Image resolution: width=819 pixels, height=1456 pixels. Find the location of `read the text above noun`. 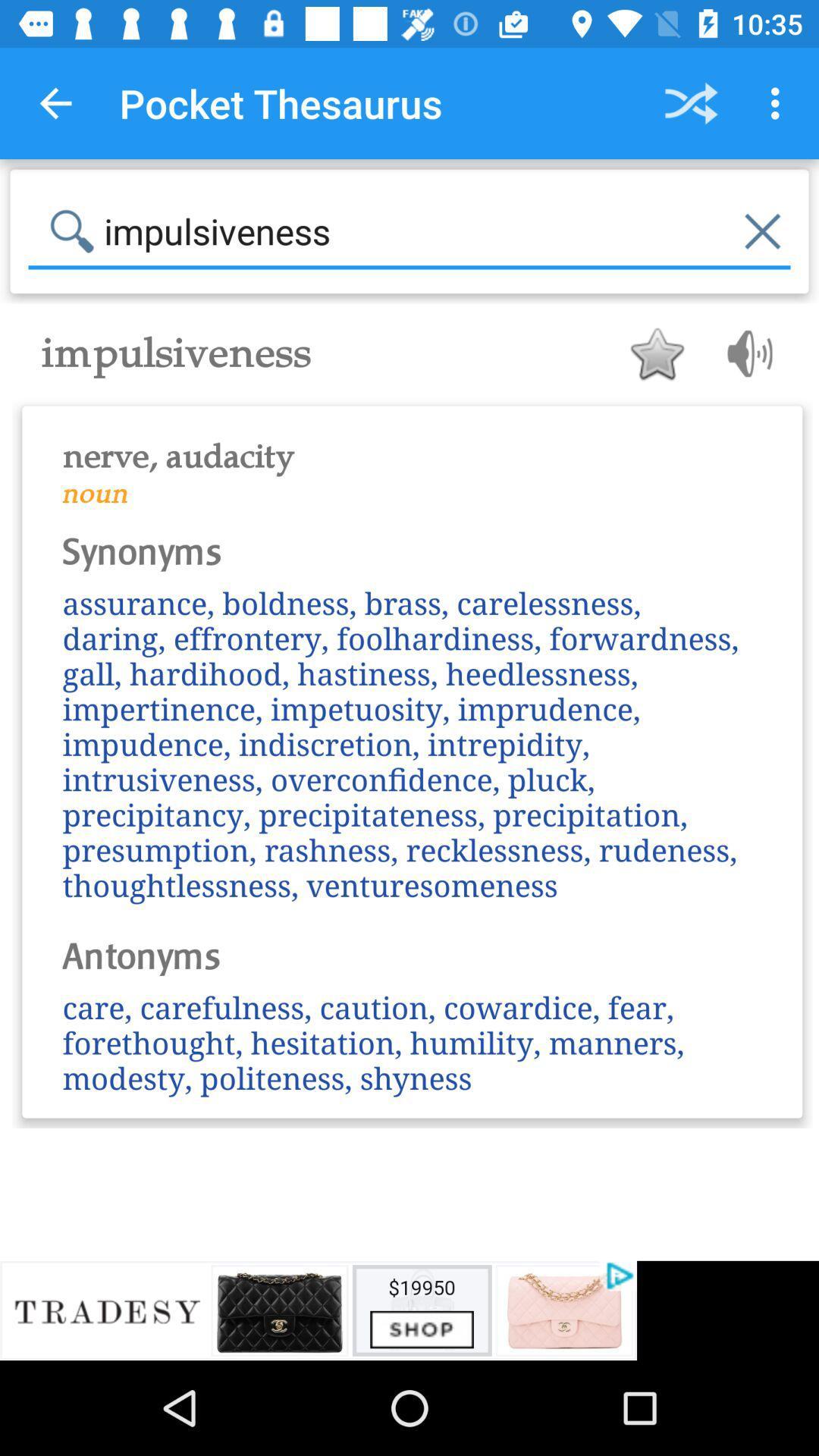

read the text above noun is located at coordinates (412, 446).